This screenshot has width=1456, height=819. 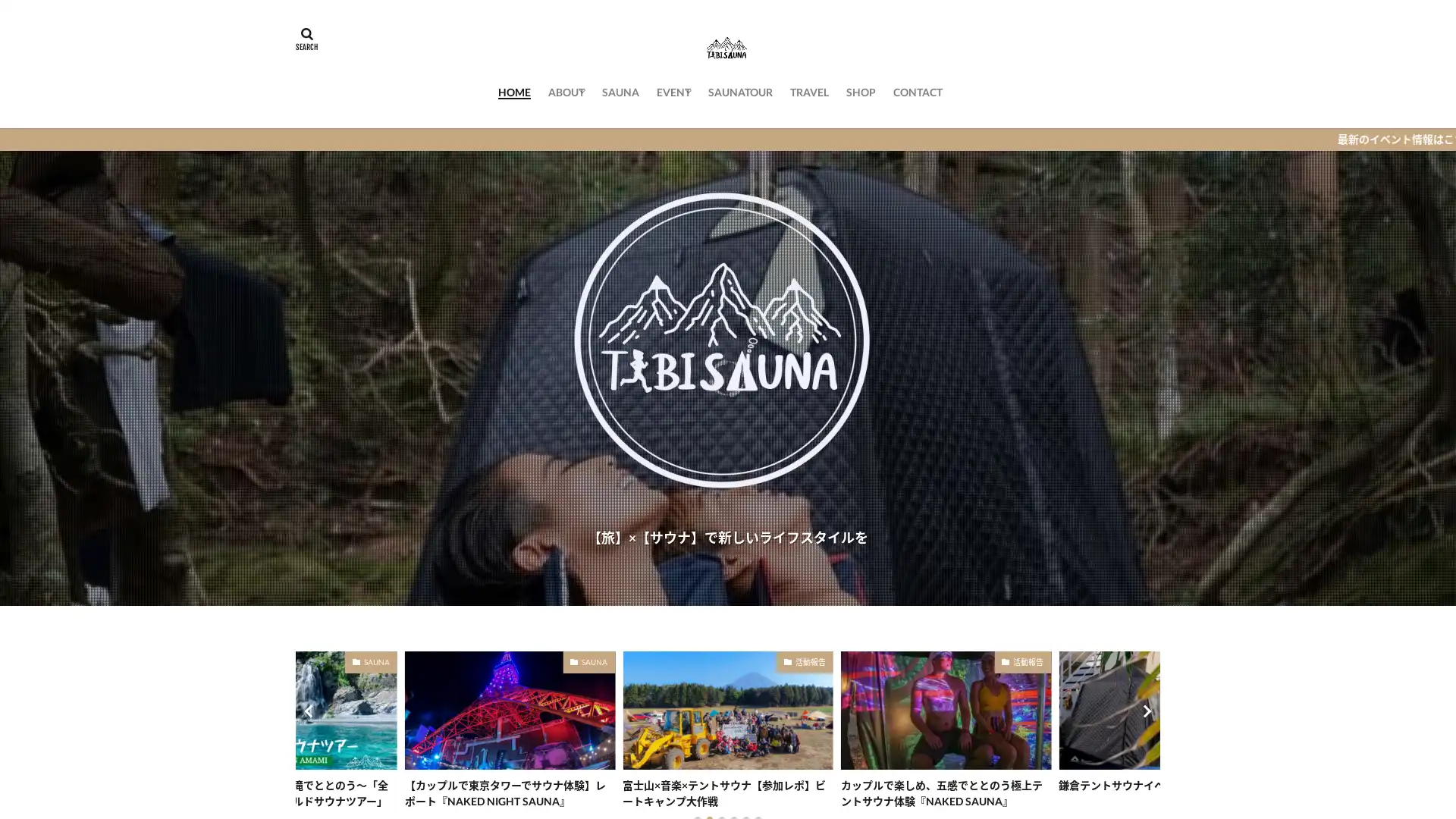 I want to click on Previous slide, so click(x=309, y=711).